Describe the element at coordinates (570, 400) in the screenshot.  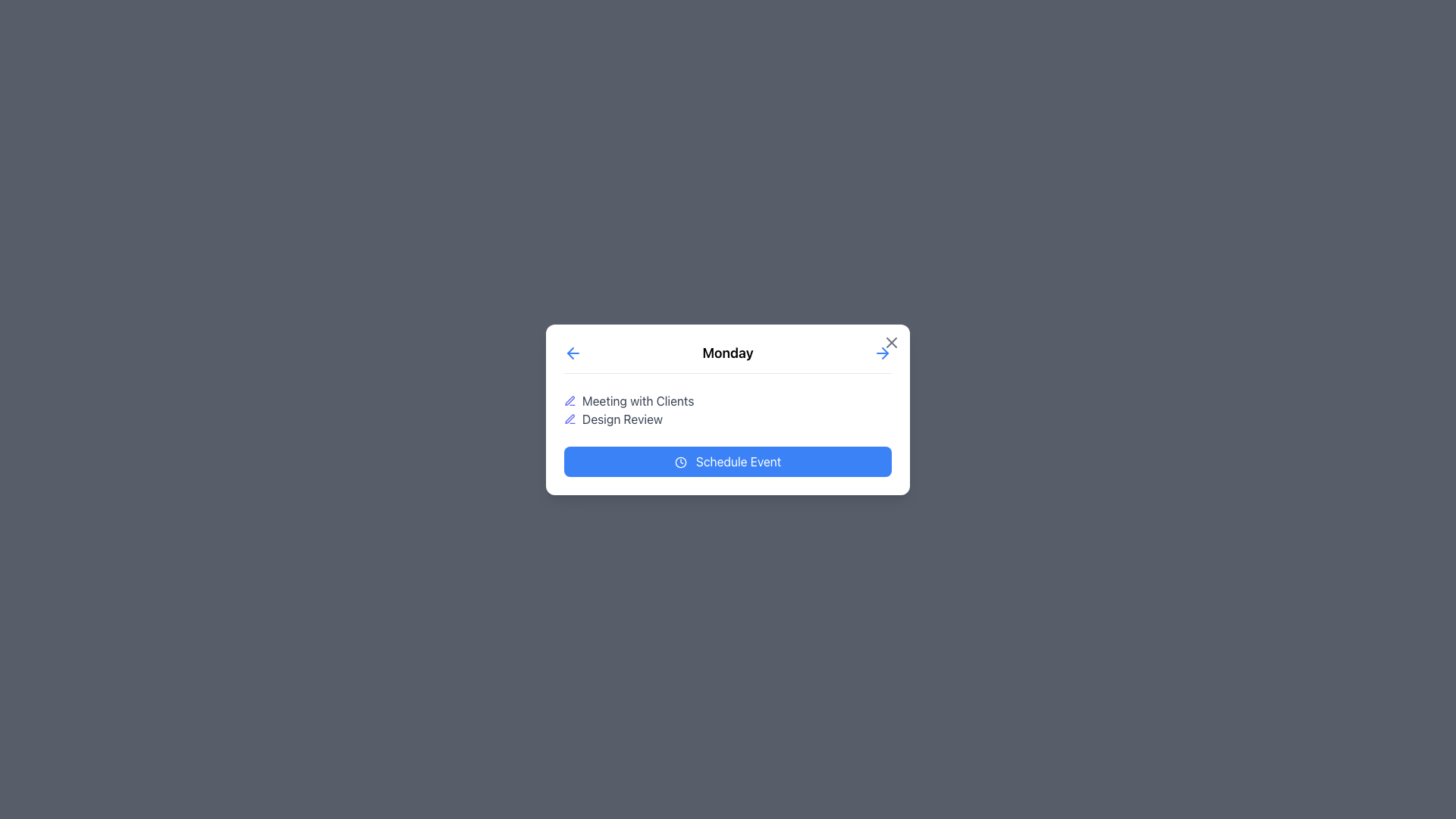
I see `the edit button located to the left of the 'Meeting with Clients' text to initiate the edit action` at that location.